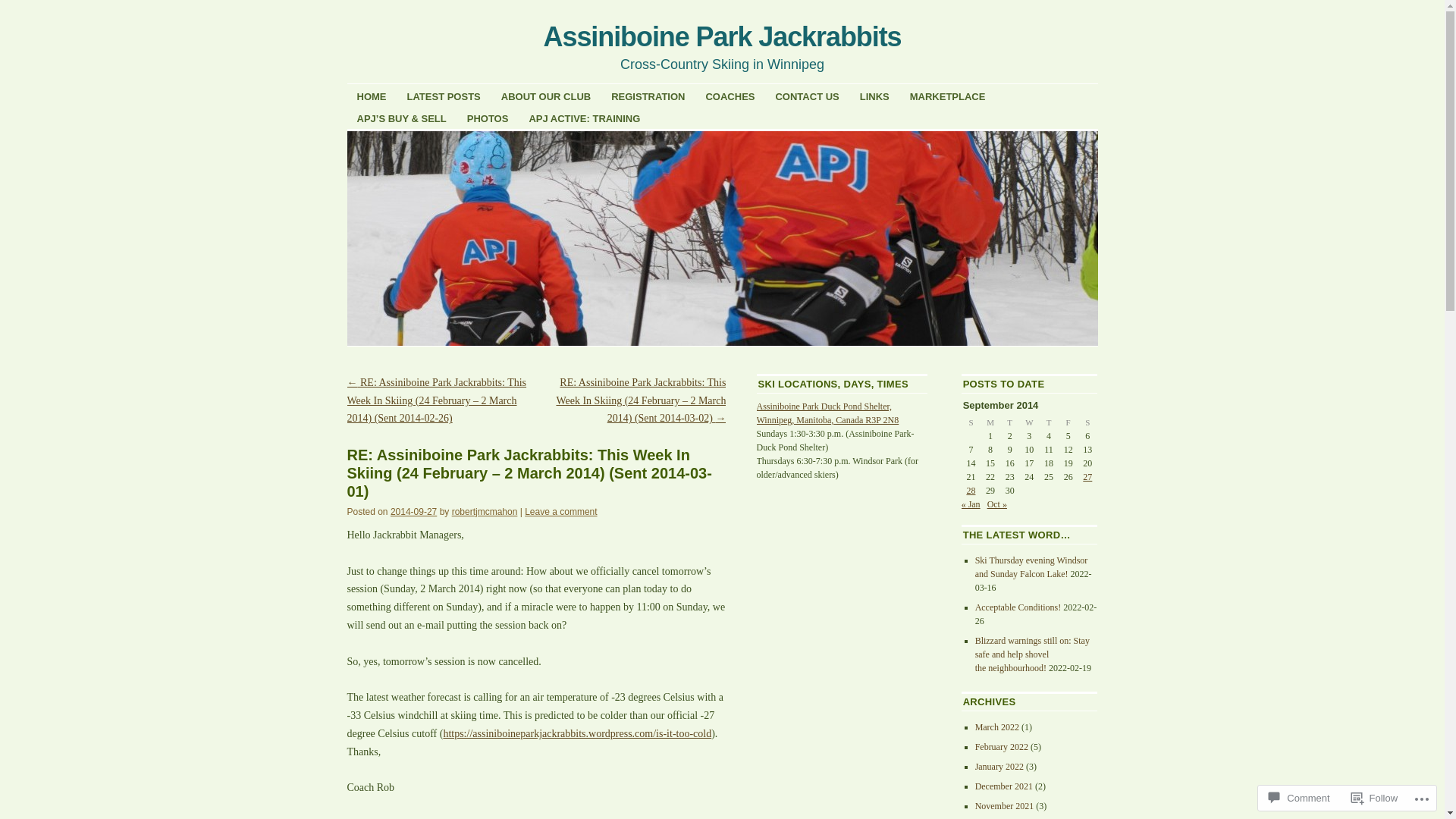 This screenshot has width=1456, height=819. What do you see at coordinates (1004, 805) in the screenshot?
I see `'November 2021'` at bounding box center [1004, 805].